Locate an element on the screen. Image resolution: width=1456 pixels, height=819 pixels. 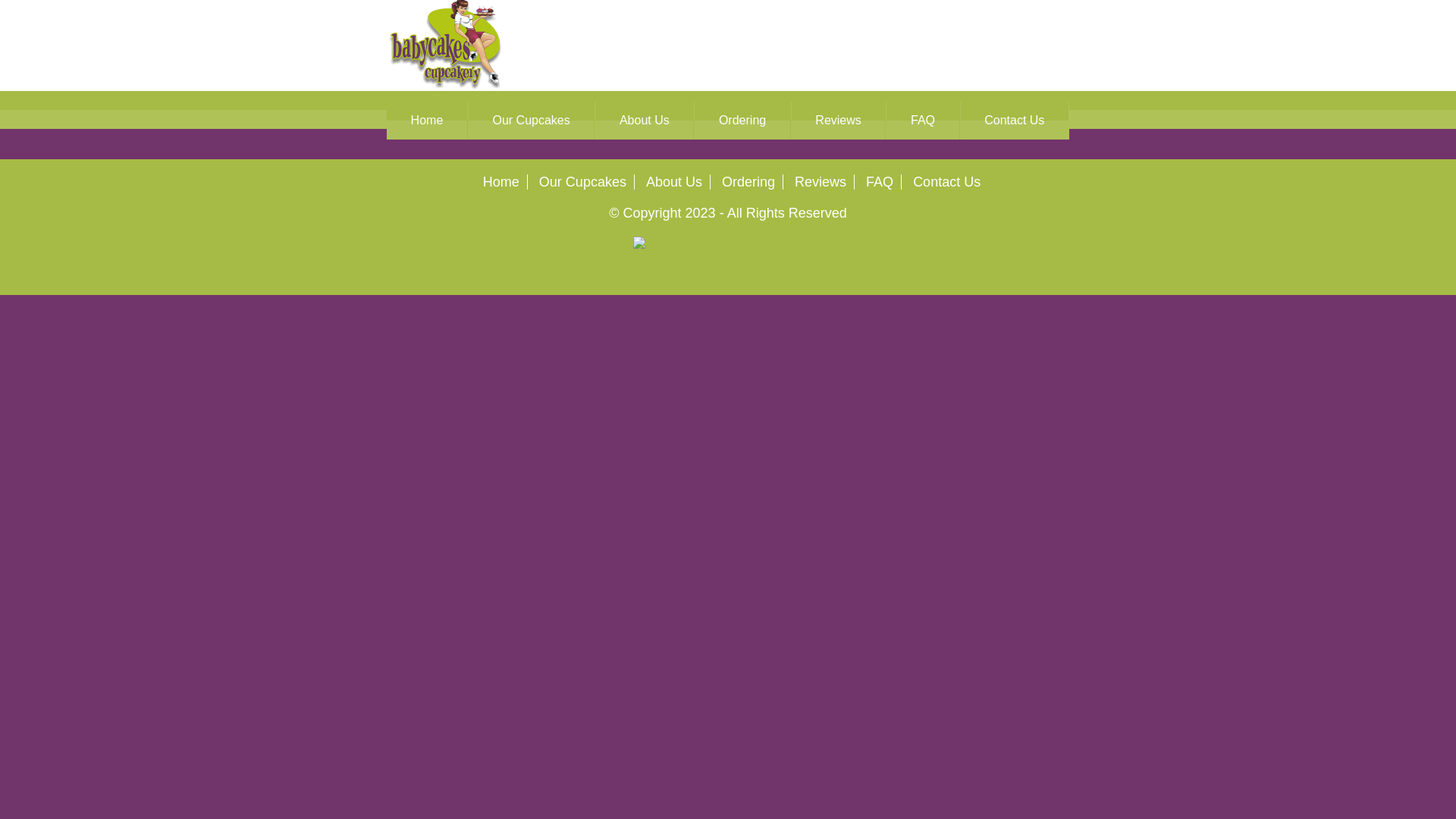
'Ordering' is located at coordinates (748, 180).